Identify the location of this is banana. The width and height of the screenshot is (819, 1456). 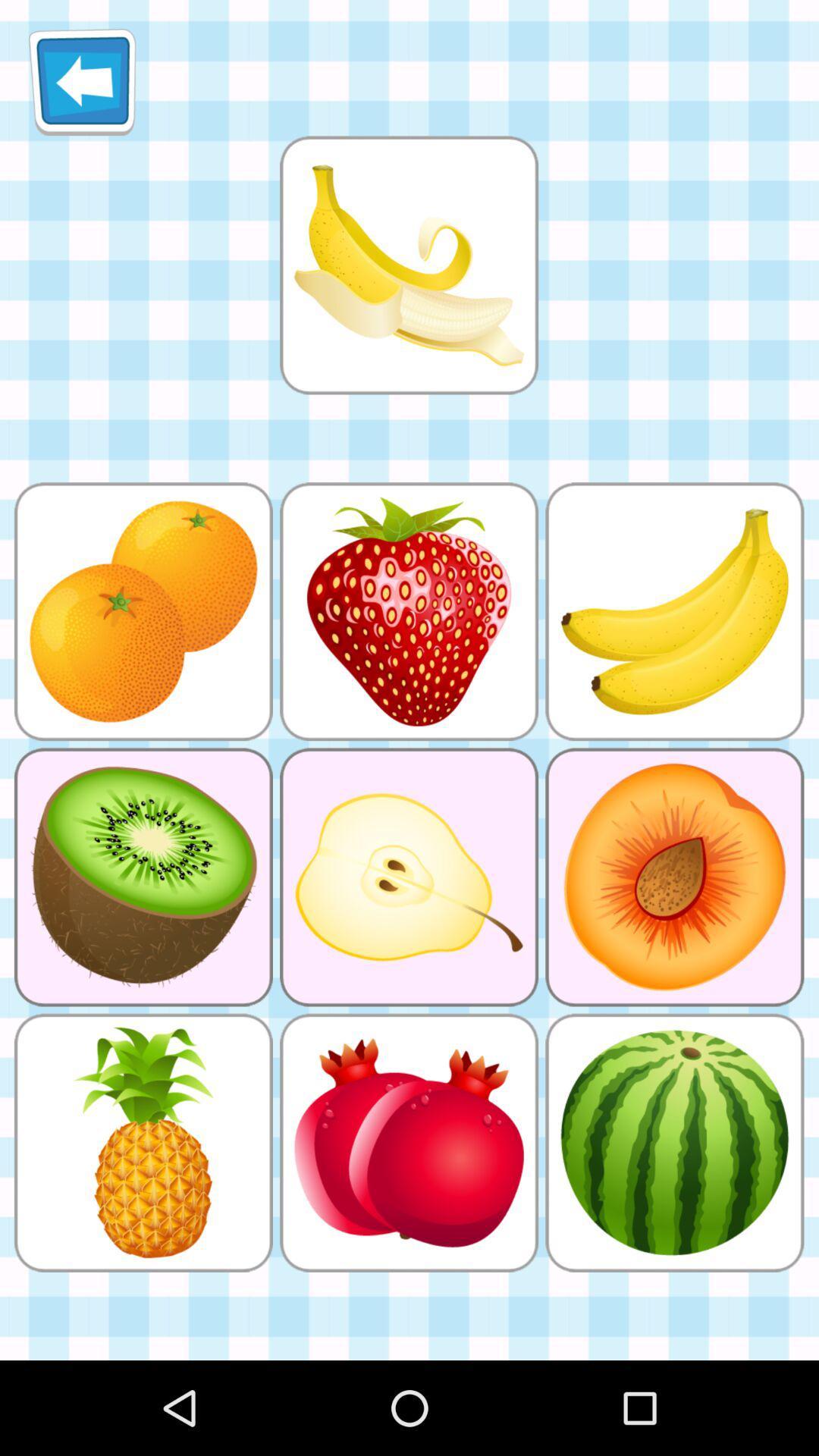
(408, 265).